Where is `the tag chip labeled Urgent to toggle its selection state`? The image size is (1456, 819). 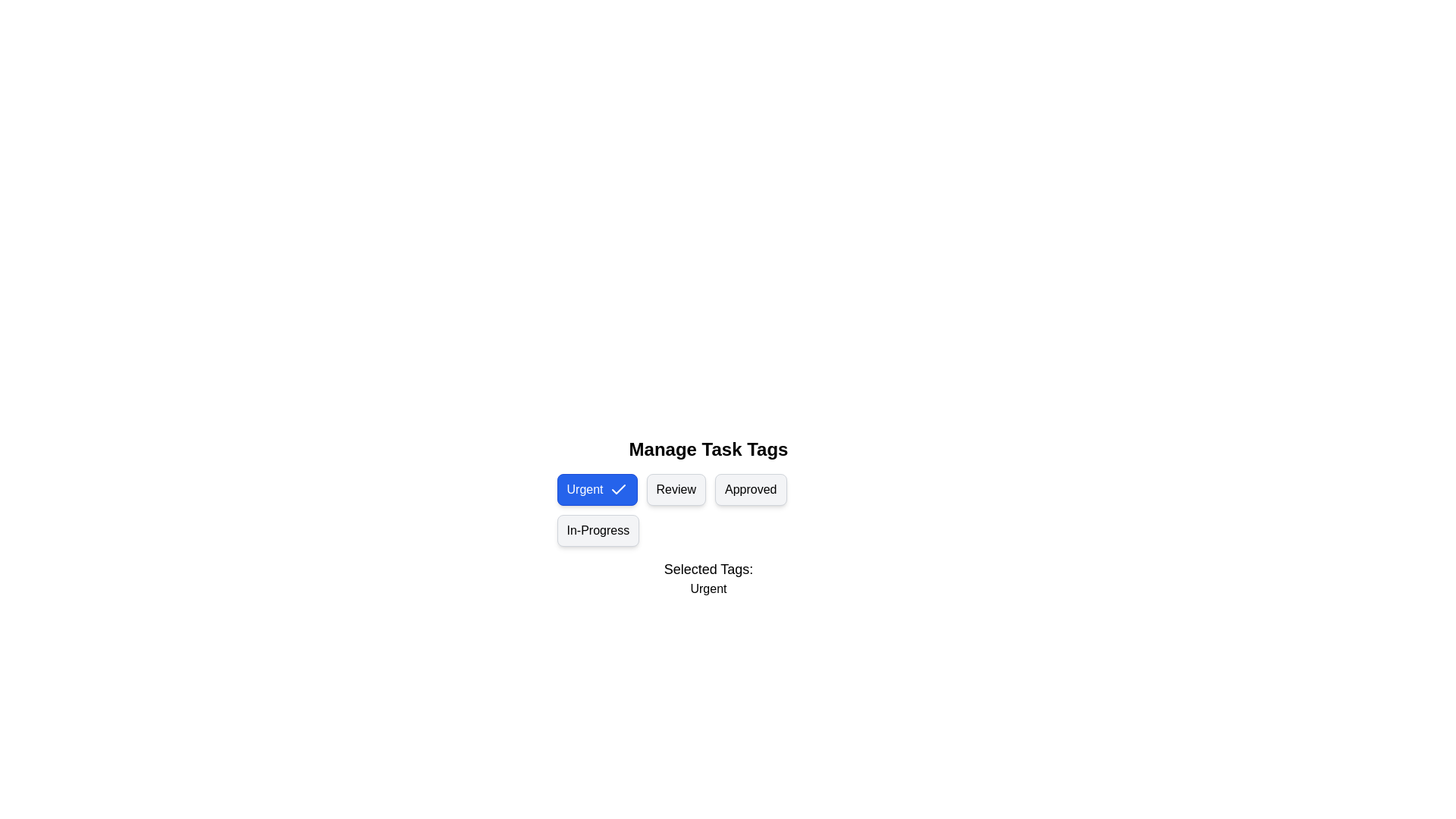 the tag chip labeled Urgent to toggle its selection state is located at coordinates (596, 489).